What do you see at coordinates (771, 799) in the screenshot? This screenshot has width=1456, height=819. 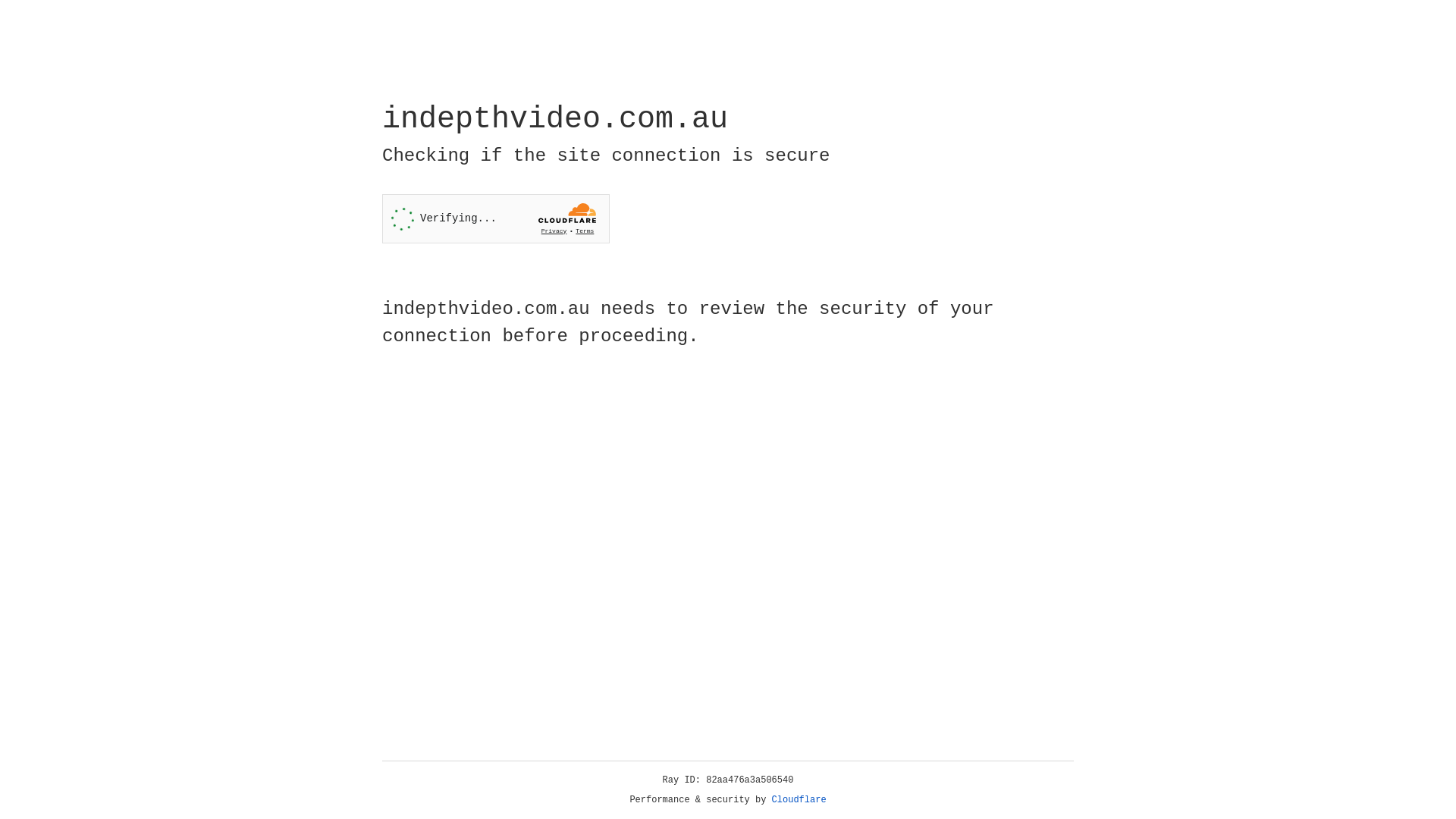 I see `'Cloudflare'` at bounding box center [771, 799].